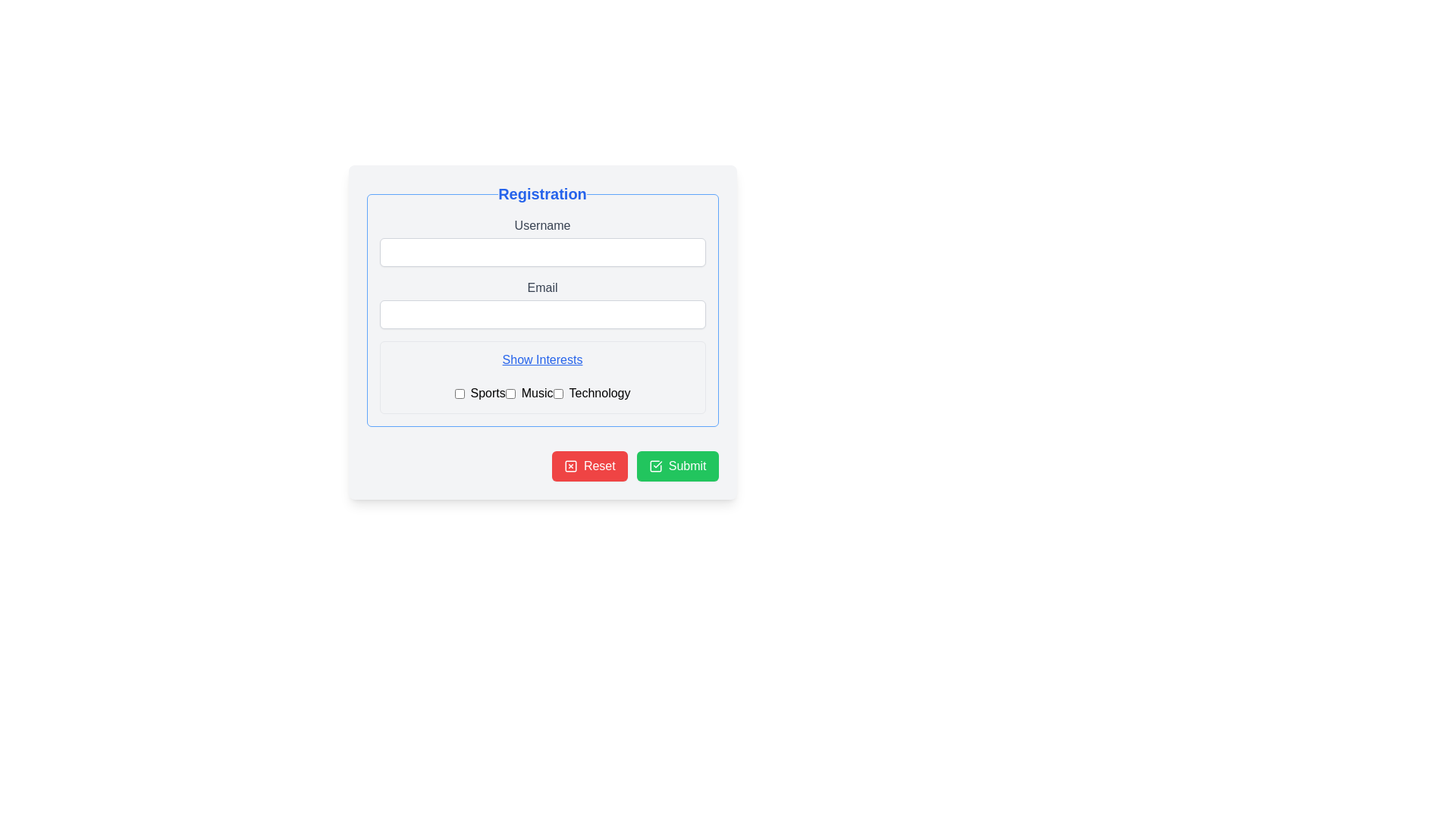 Image resolution: width=1456 pixels, height=819 pixels. What do you see at coordinates (655, 465) in the screenshot?
I see `the 'Submit' button represented by the graphic/icon located at the bottom right of the registration form to confirm the action` at bounding box center [655, 465].